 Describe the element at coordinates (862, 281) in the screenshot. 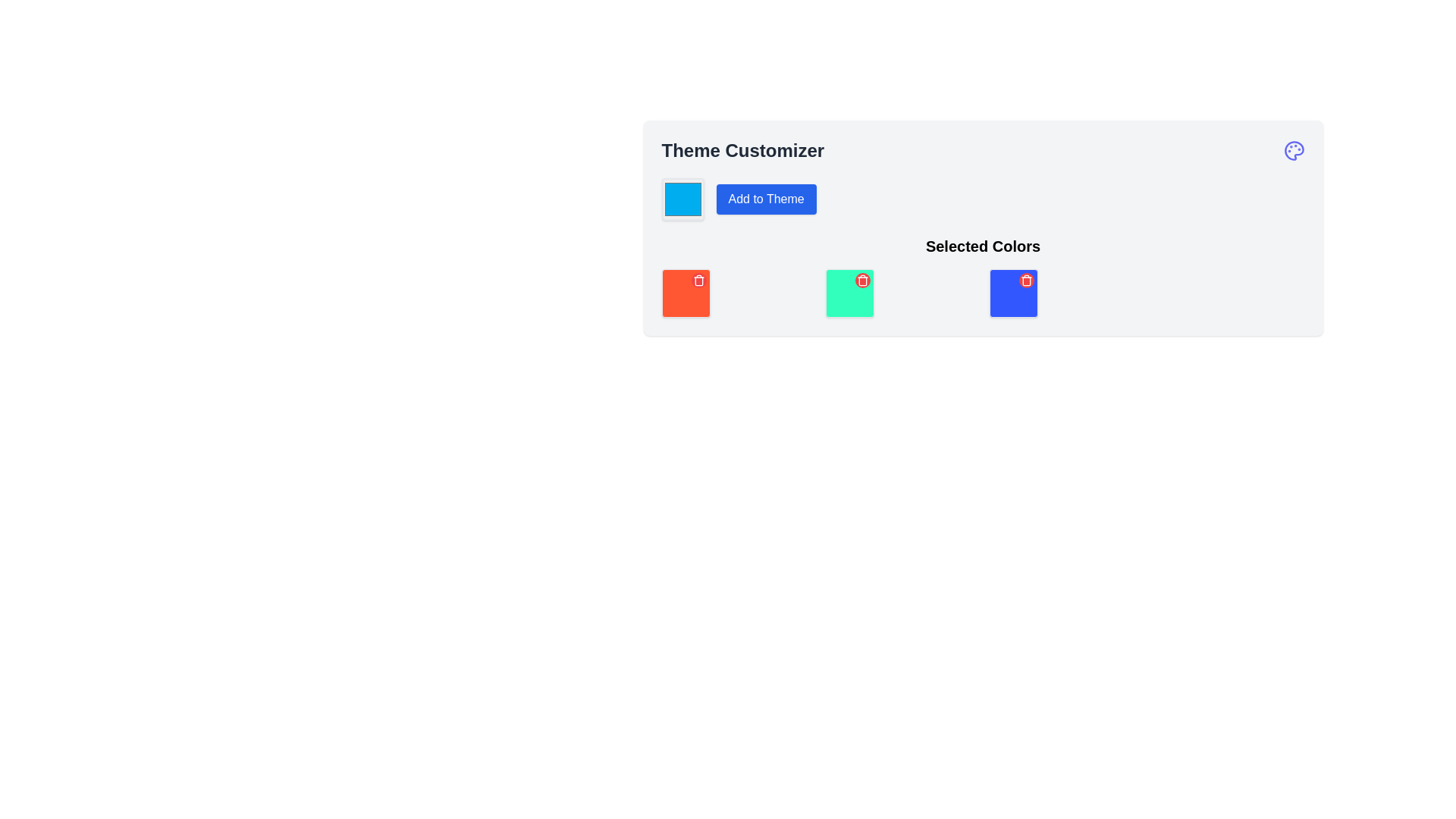

I see `the trash can icon located in the top-right corner of the green square item in the 'Selected Colors' section` at that location.